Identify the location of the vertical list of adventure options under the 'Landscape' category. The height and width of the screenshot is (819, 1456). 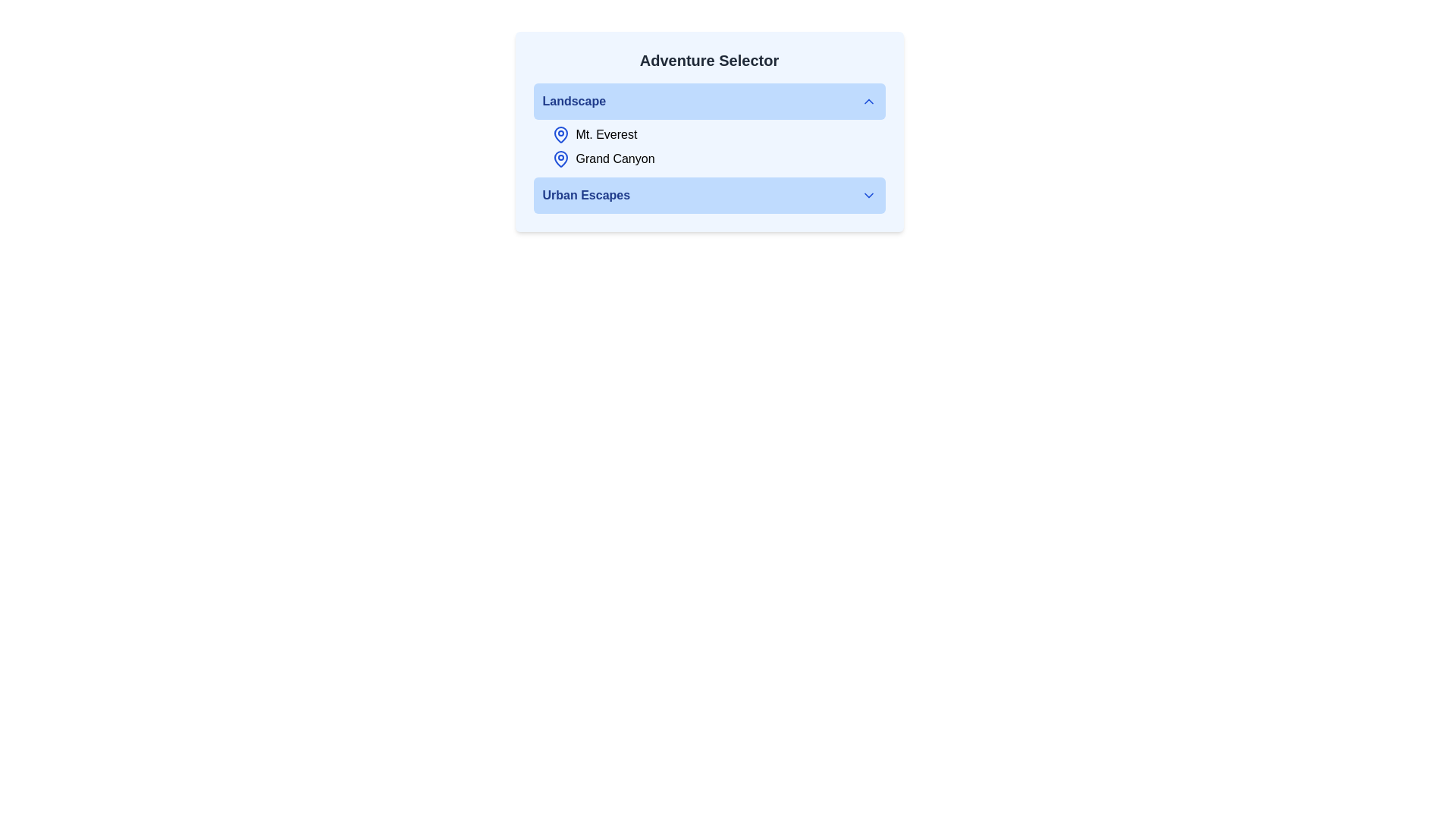
(708, 146).